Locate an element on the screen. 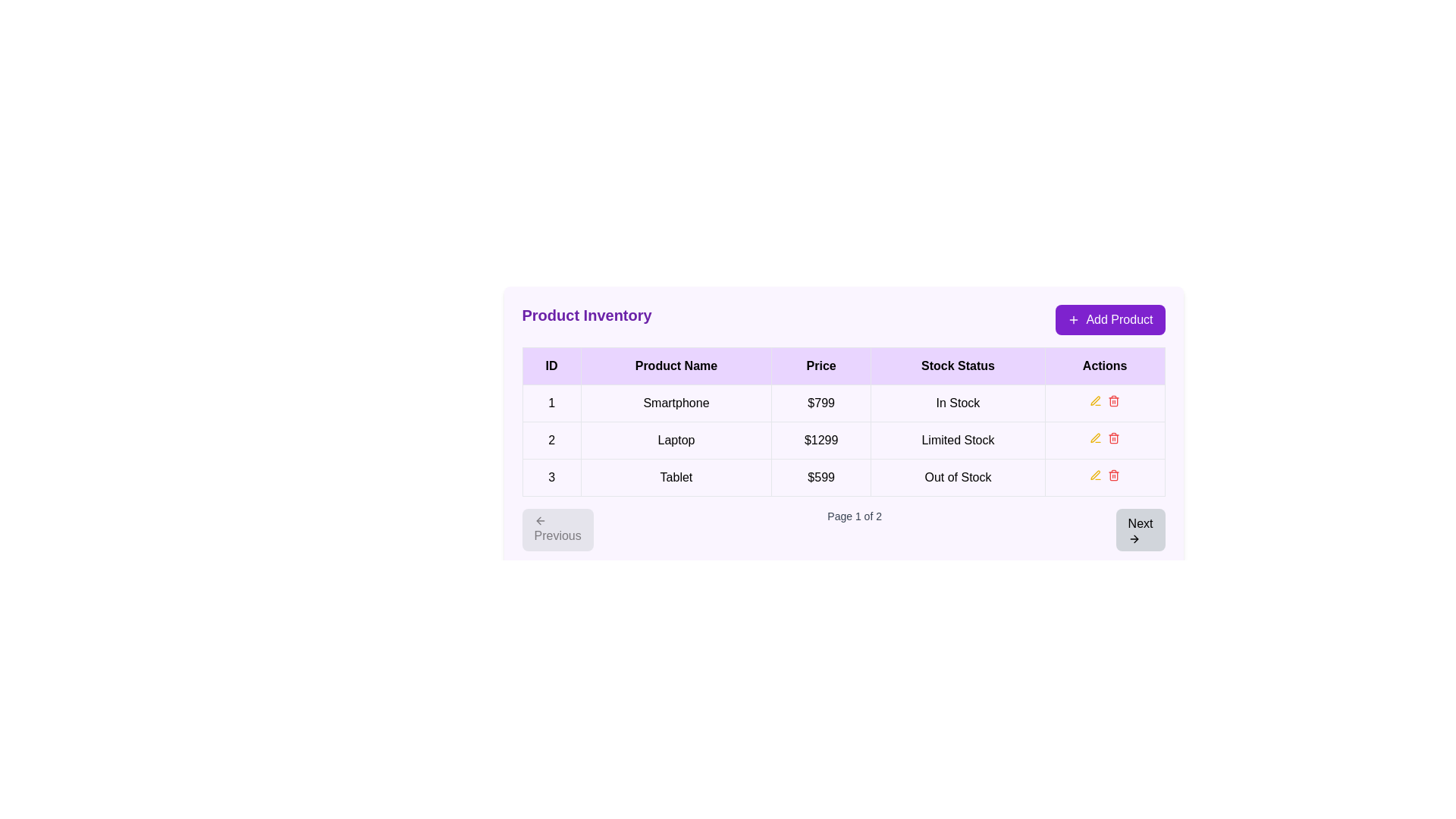 Image resolution: width=1456 pixels, height=819 pixels. the table cell containing the number '2' located in the second row under the 'ID' column of the product inventory table is located at coordinates (551, 441).